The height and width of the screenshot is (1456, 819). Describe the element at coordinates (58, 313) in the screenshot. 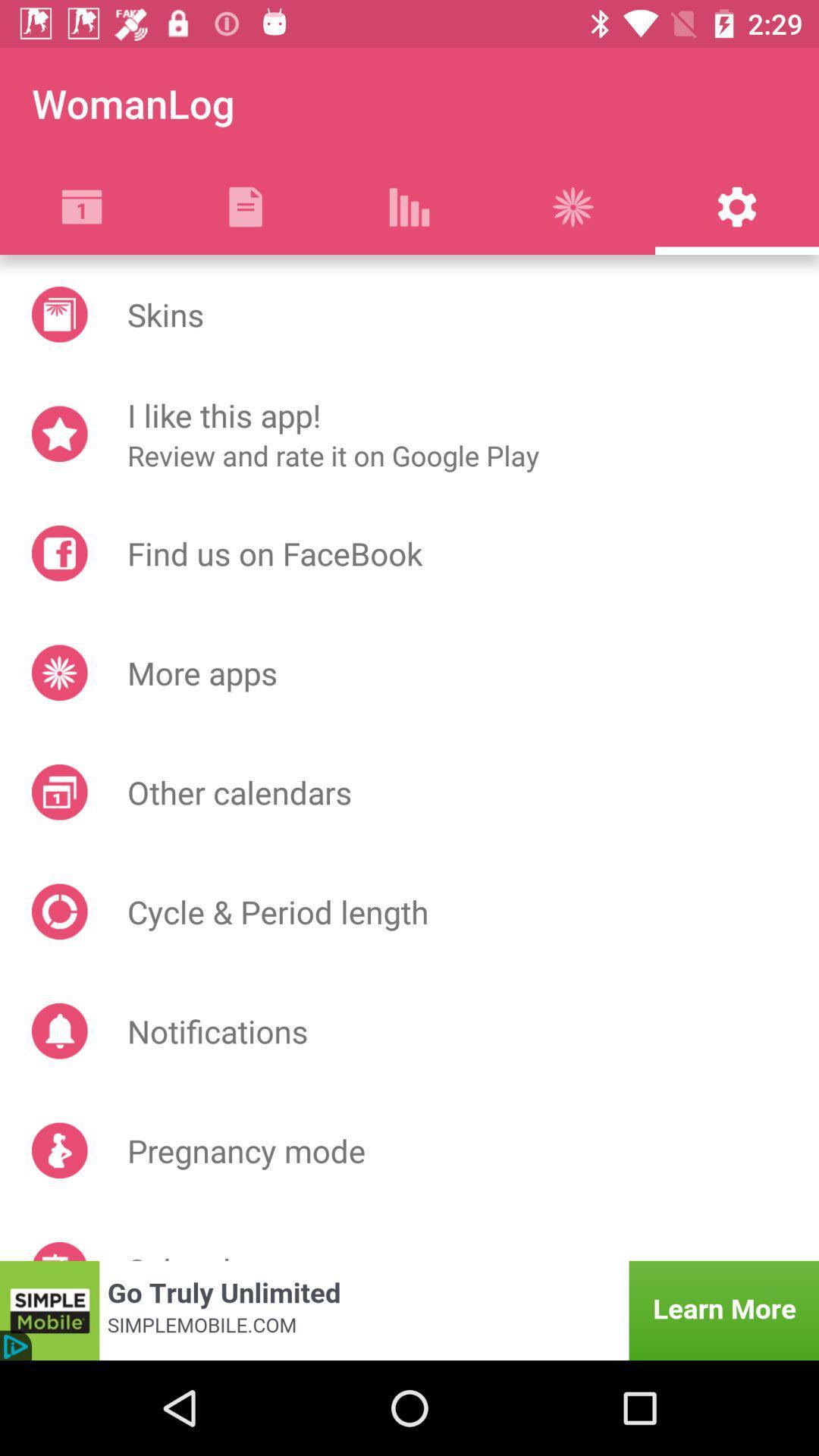

I see `icon left to text skins` at that location.